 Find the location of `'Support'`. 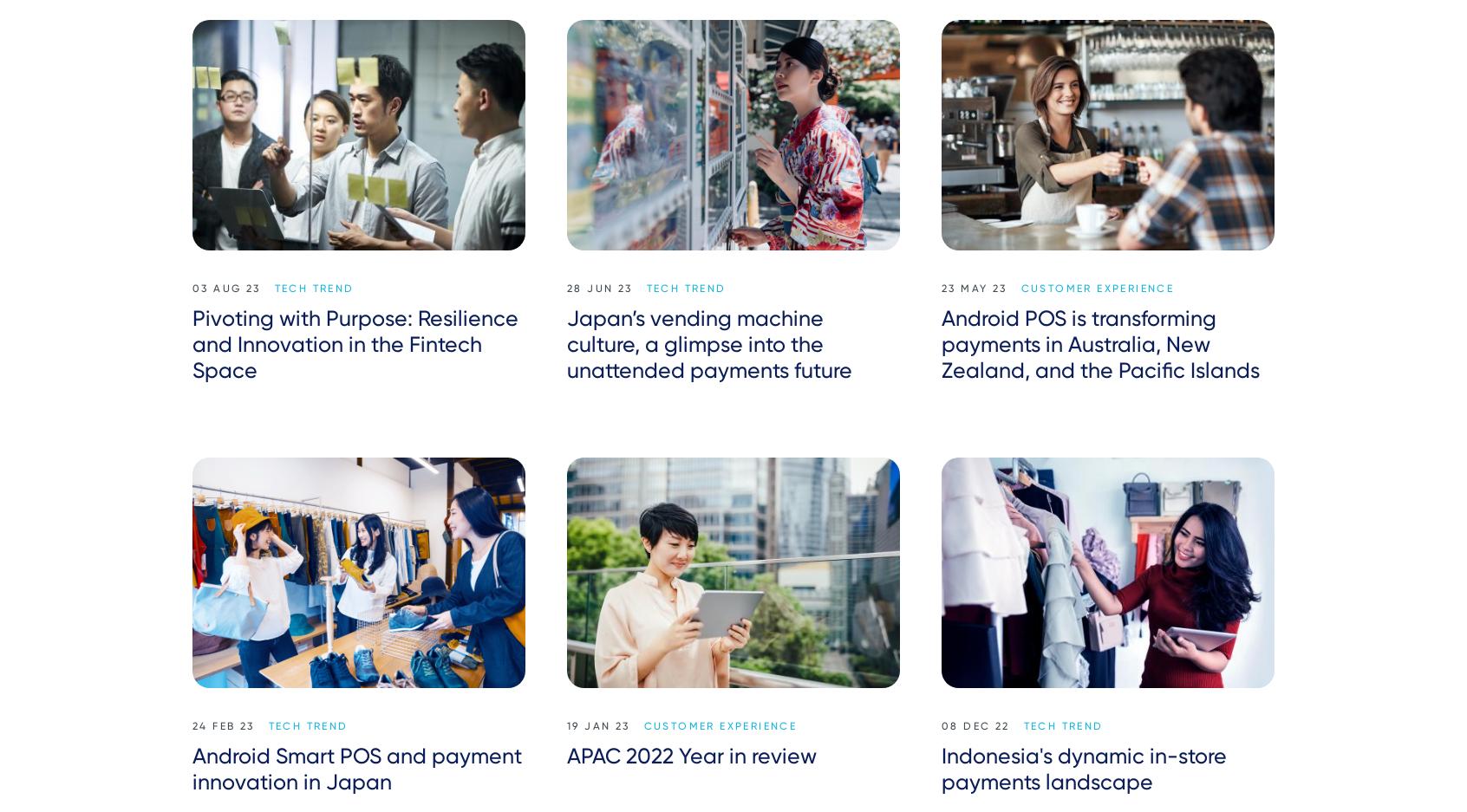

'Support' is located at coordinates (1007, 796).